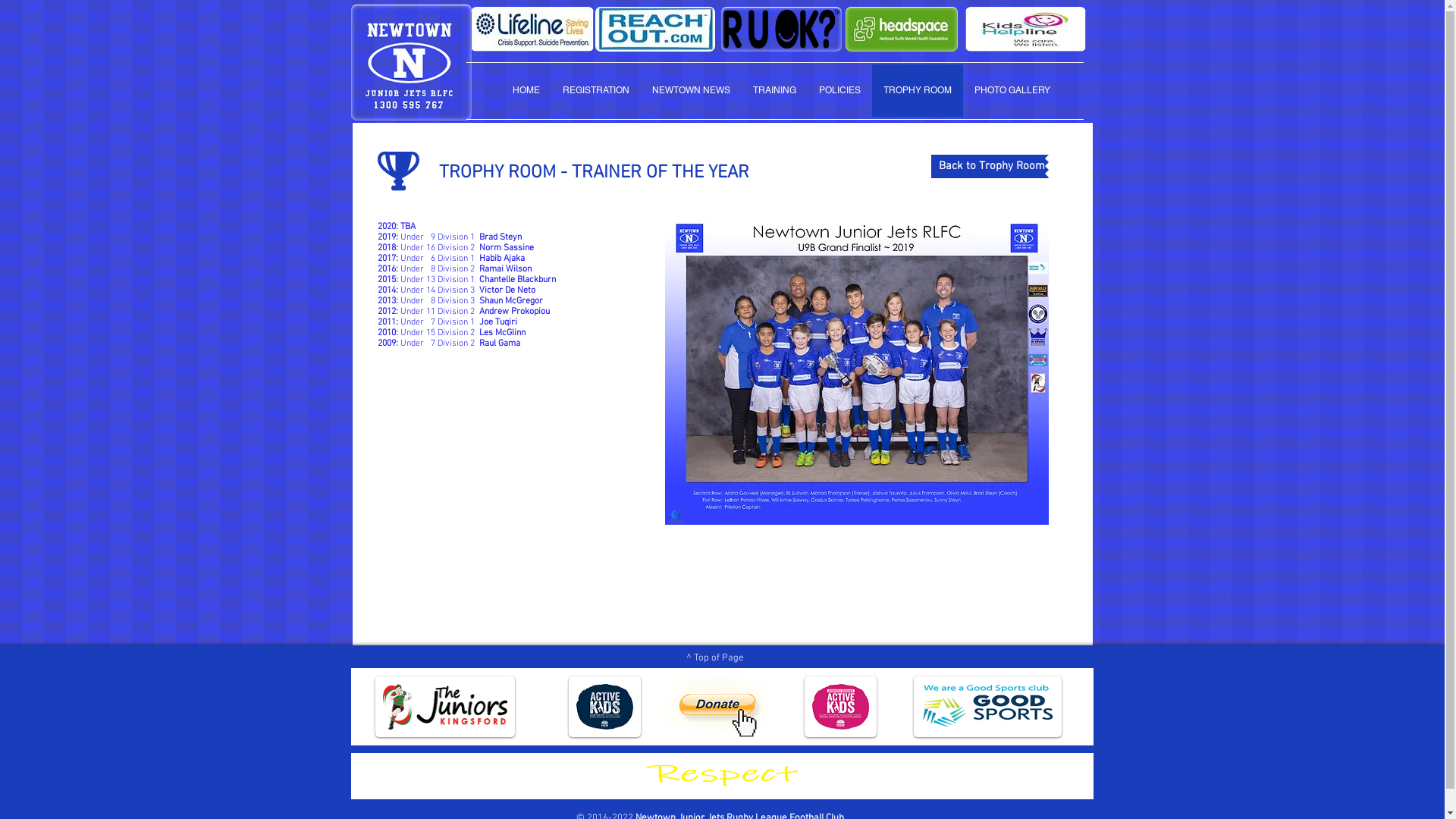 The height and width of the screenshot is (819, 1456). Describe the element at coordinates (410, 61) in the screenshot. I see `'newtown-junior-jets-rlfc.png'` at that location.